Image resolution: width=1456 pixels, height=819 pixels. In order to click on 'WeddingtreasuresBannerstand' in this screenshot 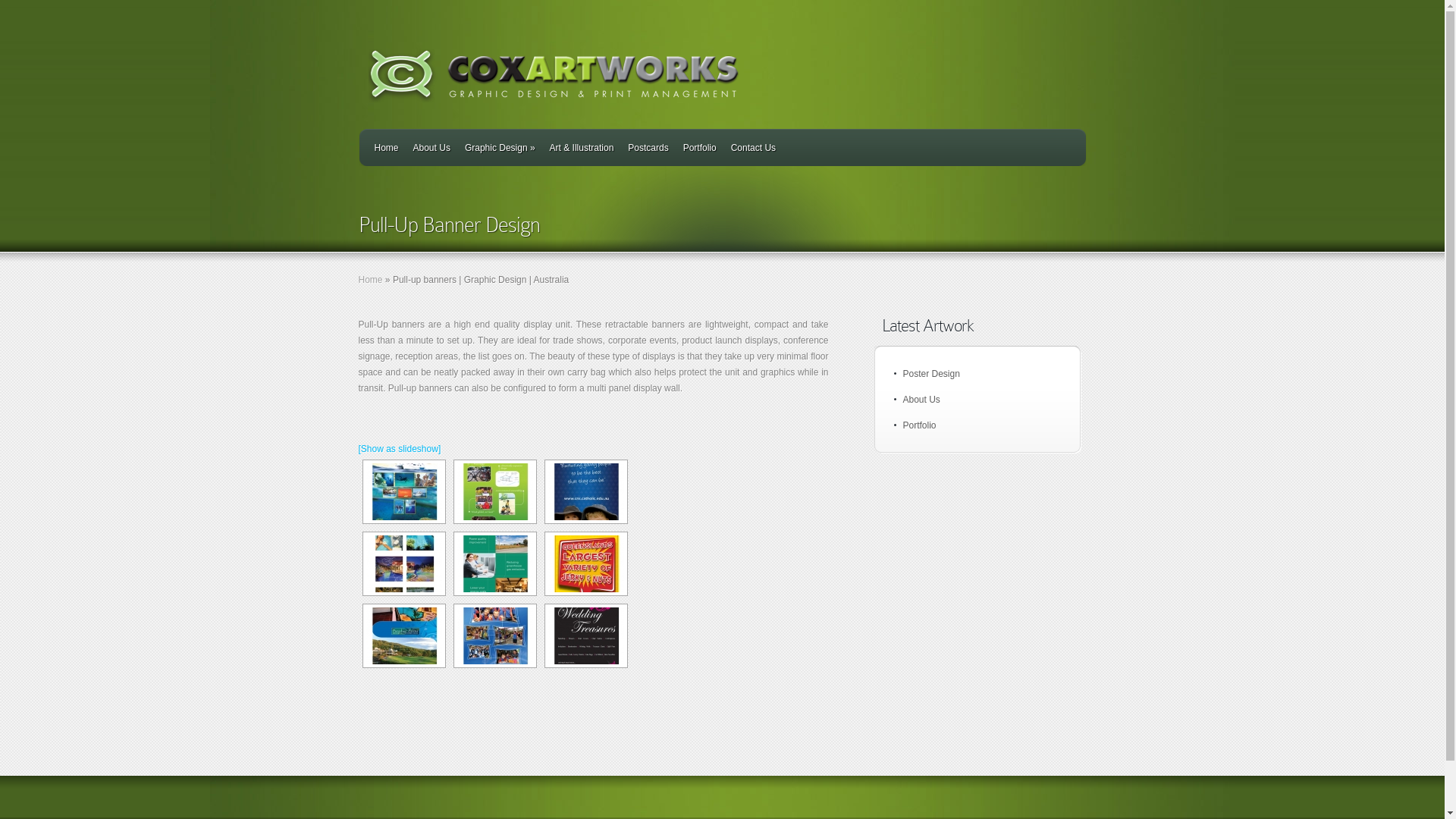, I will do `click(585, 635)`.